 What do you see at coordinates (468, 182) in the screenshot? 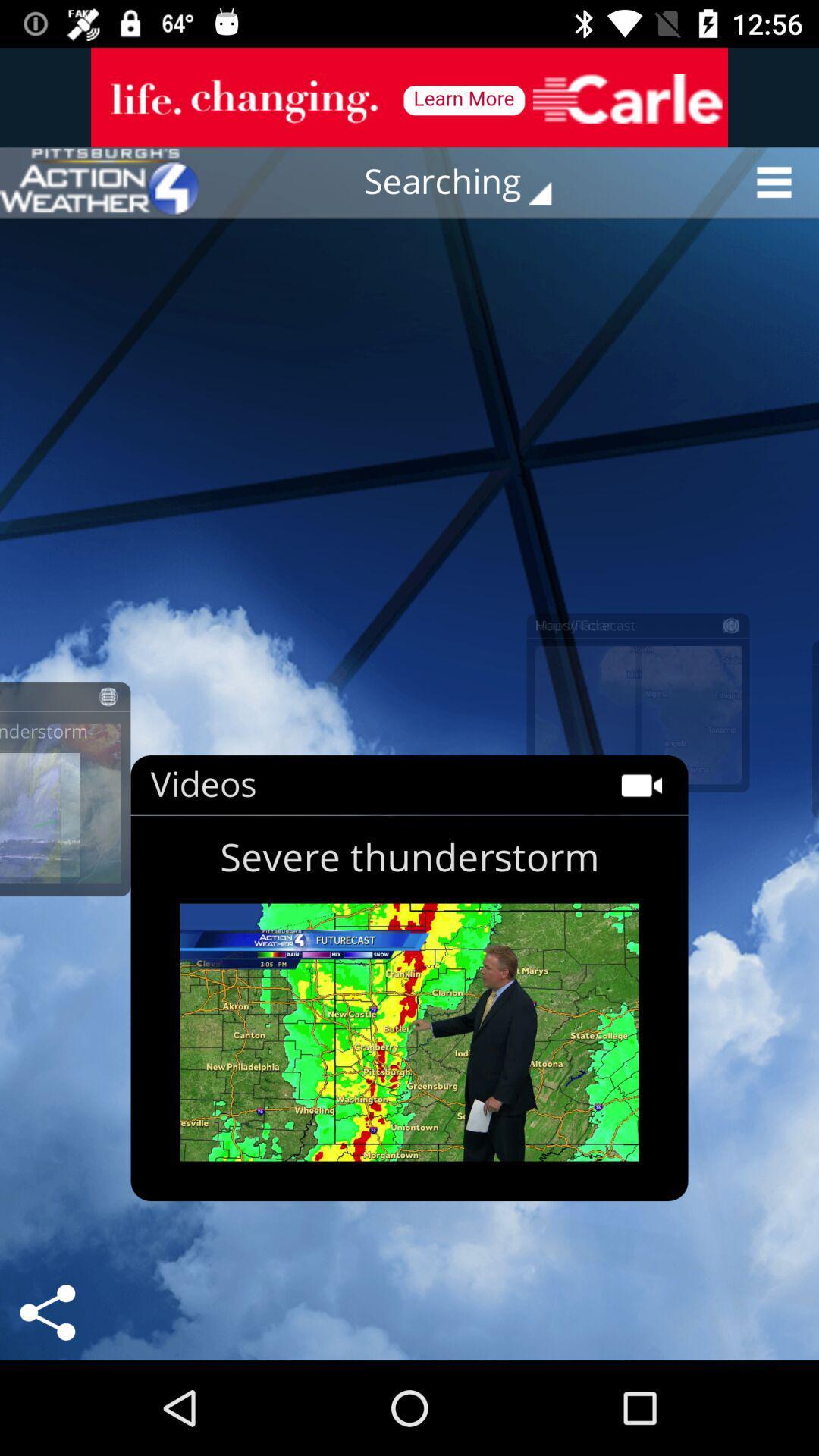
I see `the button searching on the web page` at bounding box center [468, 182].